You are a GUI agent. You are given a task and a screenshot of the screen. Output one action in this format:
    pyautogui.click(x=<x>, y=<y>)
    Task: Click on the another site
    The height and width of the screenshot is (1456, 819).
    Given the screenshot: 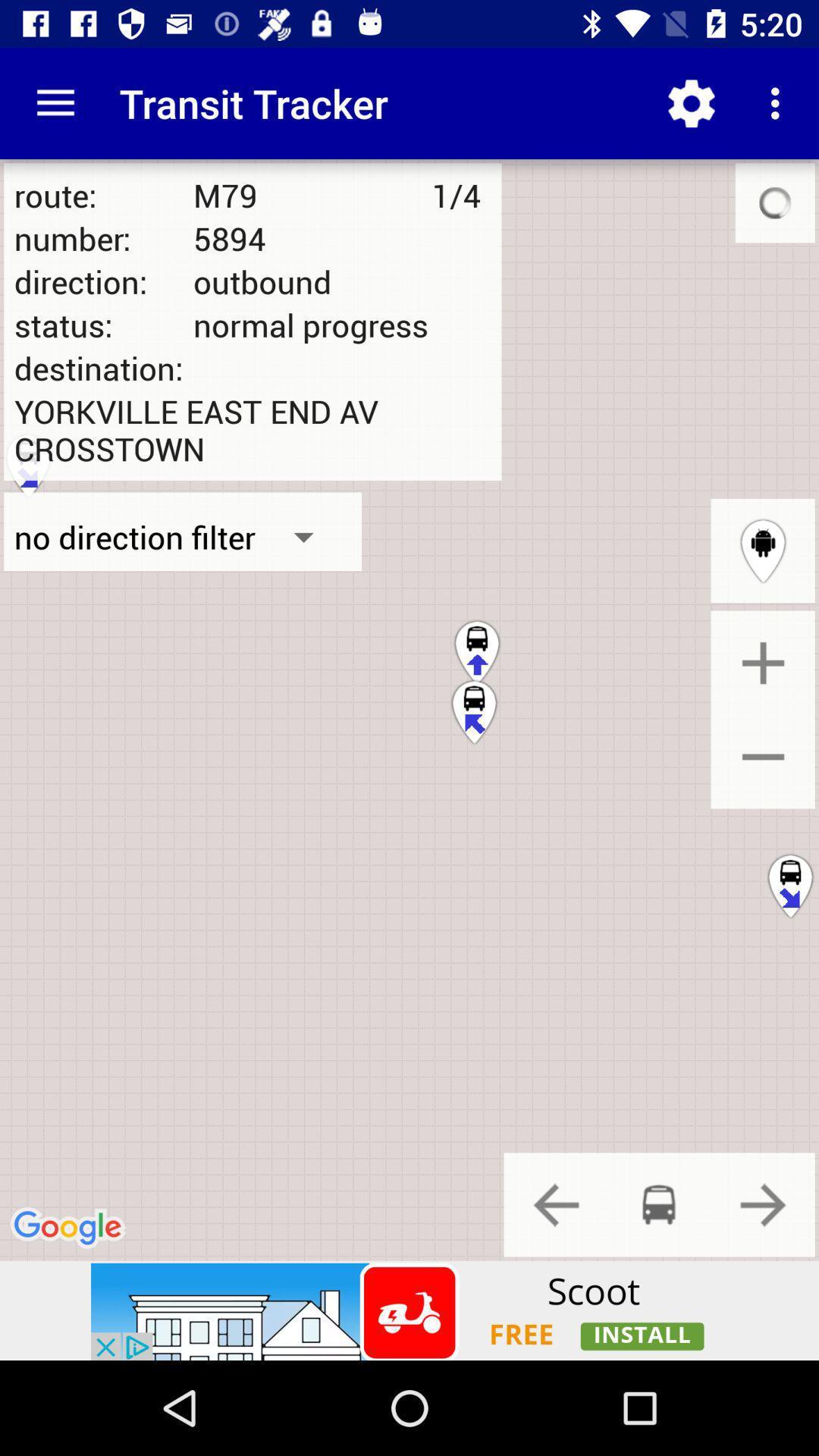 What is the action you would take?
    pyautogui.click(x=409, y=1310)
    